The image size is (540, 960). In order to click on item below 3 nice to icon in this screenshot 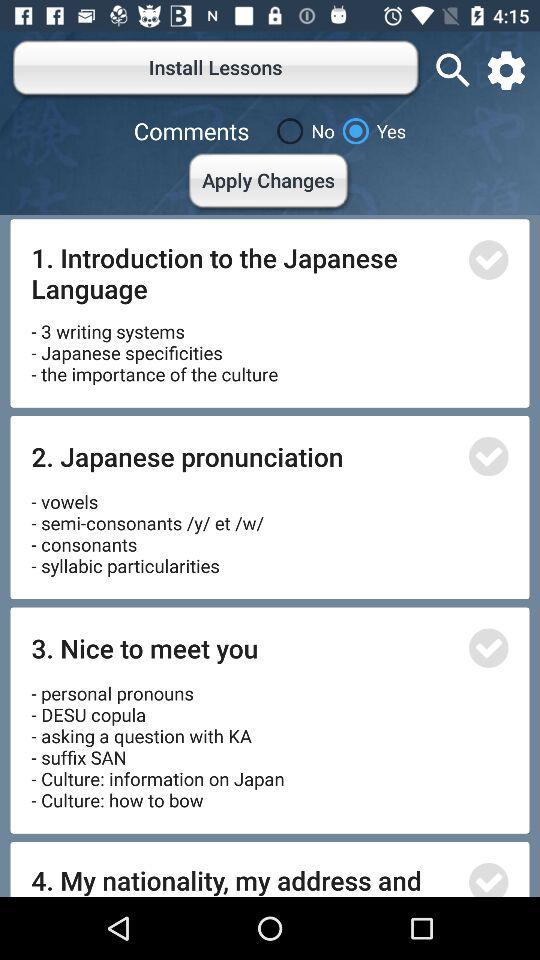, I will do `click(157, 739)`.